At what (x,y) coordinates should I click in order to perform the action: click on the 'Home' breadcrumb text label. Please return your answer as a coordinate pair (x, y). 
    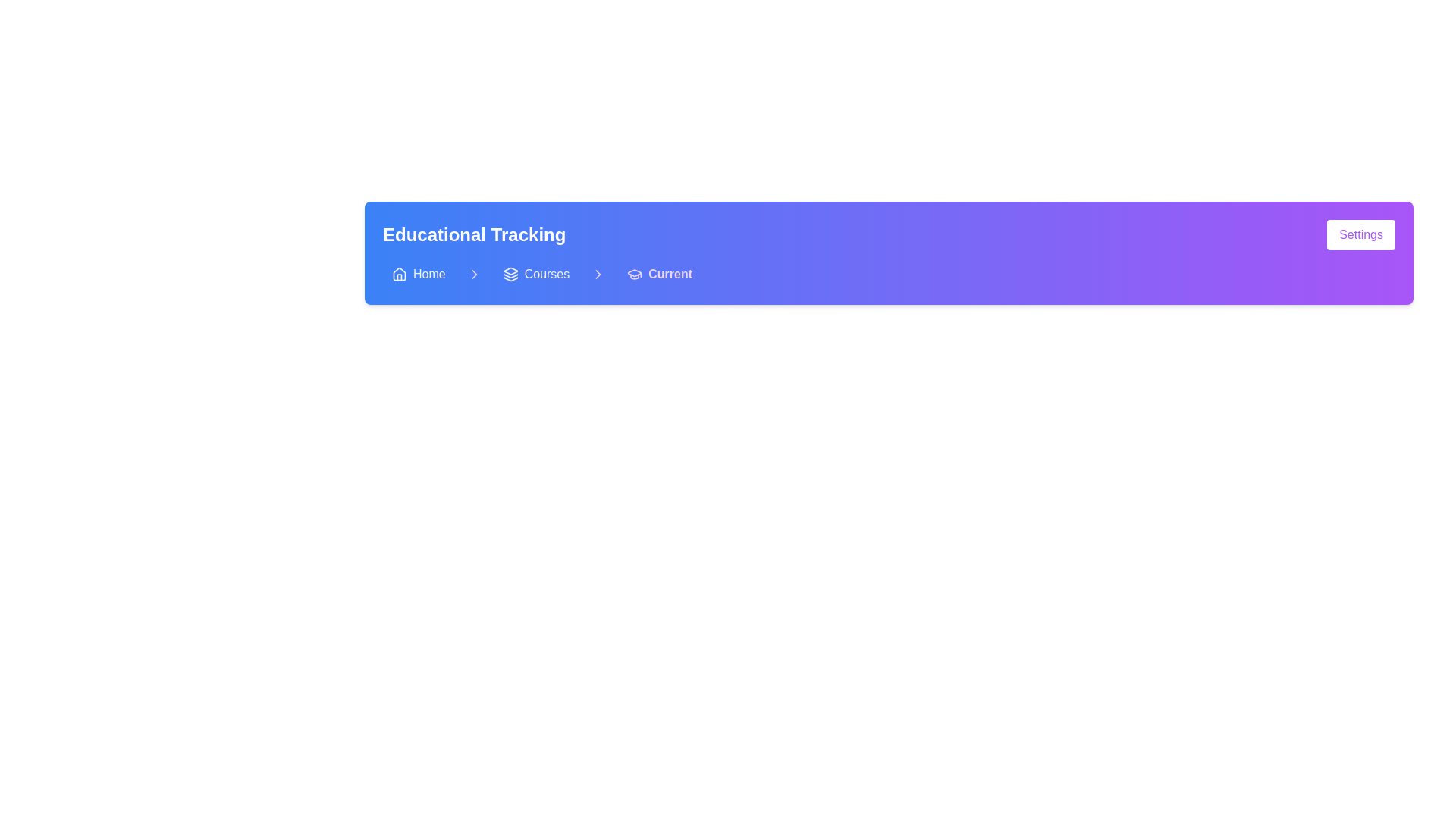
    Looking at the image, I should click on (428, 275).